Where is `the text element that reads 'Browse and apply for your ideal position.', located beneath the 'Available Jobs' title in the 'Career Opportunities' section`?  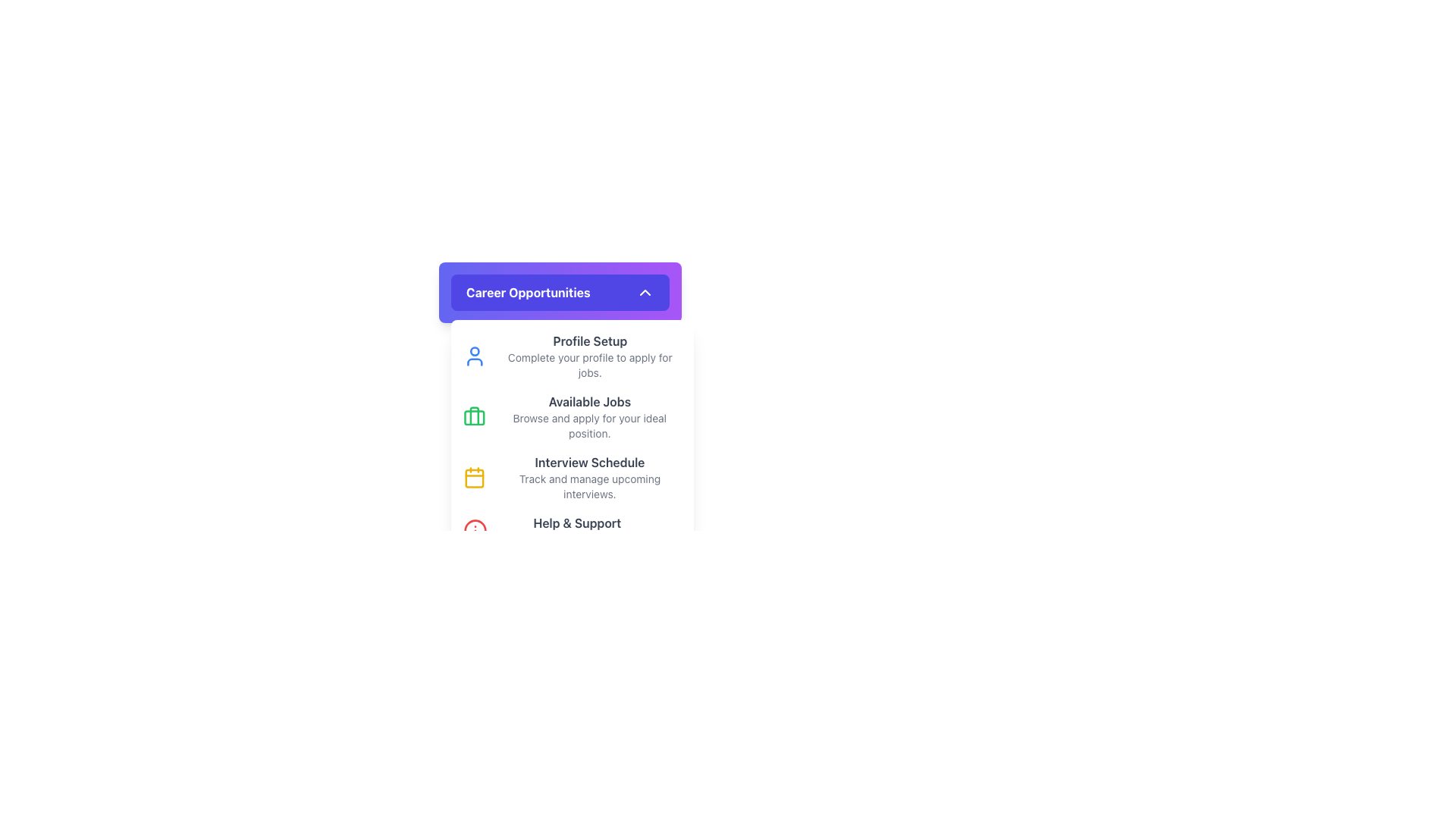
the text element that reads 'Browse and apply for your ideal position.', located beneath the 'Available Jobs' title in the 'Career Opportunities' section is located at coordinates (588, 426).